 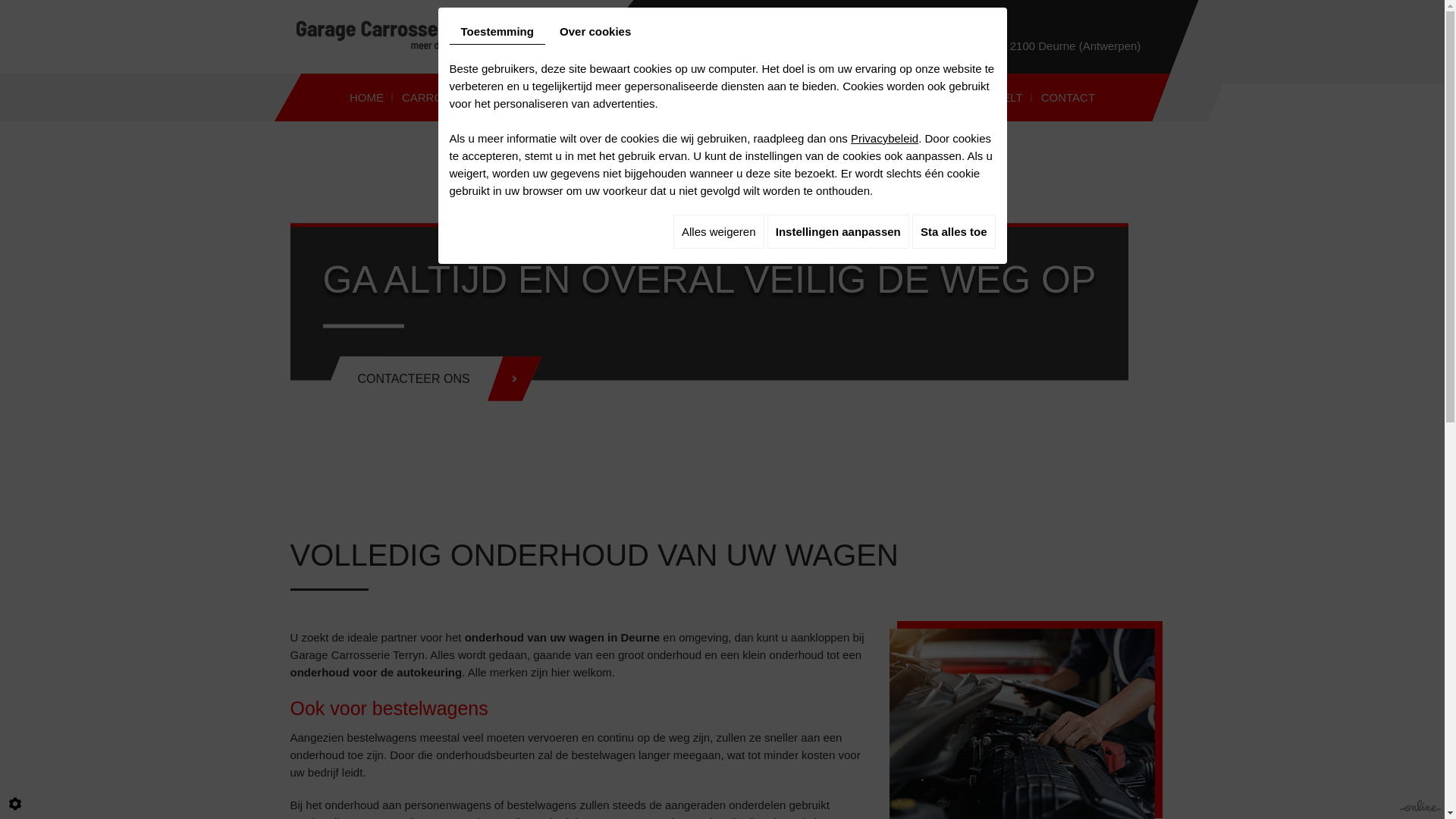 I want to click on 'Privacybeleid', so click(x=884, y=138).